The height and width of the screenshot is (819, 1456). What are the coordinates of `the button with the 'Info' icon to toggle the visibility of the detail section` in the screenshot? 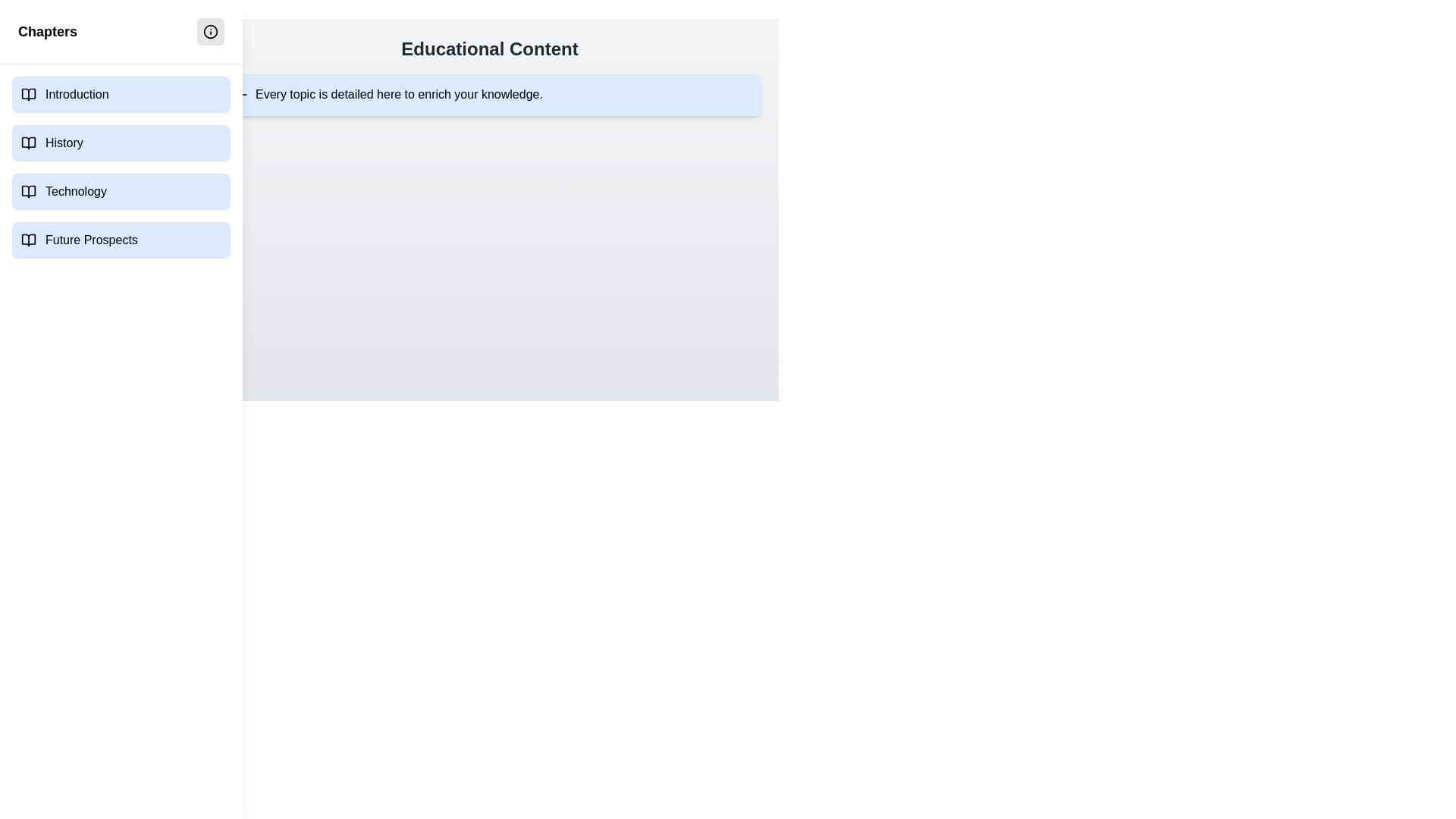 It's located at (210, 32).